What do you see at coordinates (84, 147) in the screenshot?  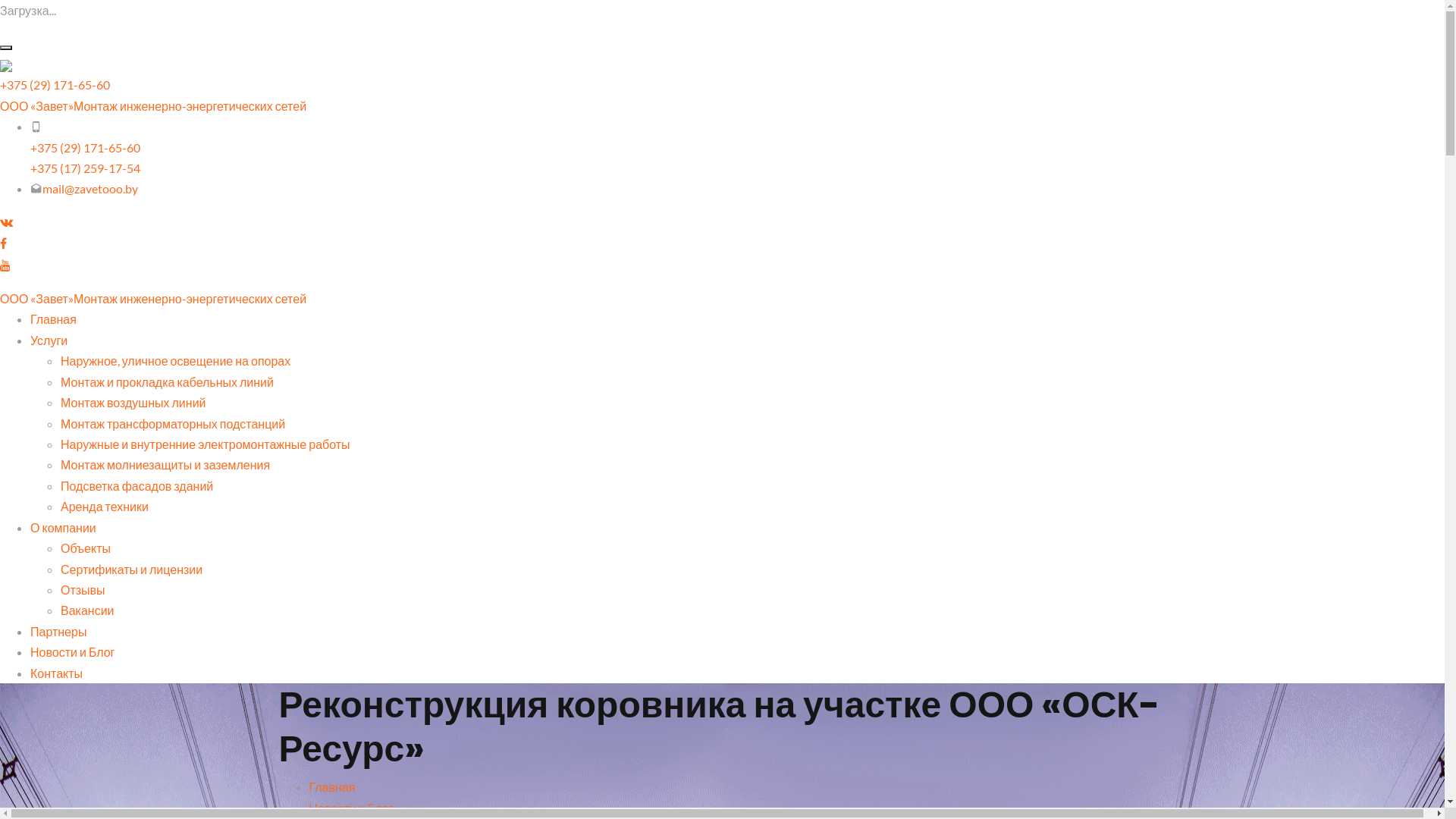 I see `'+375 (29) 171-65-60'` at bounding box center [84, 147].